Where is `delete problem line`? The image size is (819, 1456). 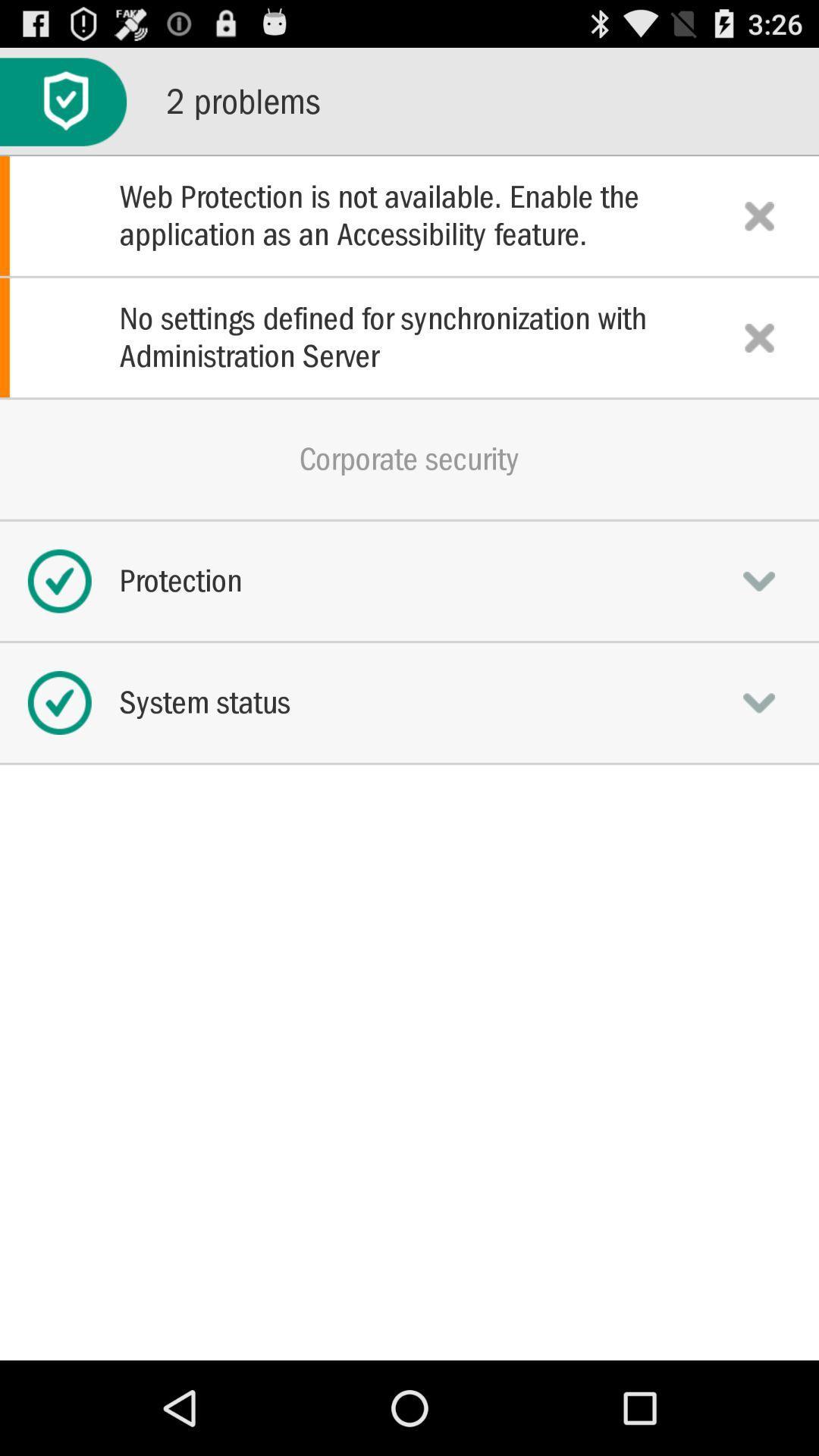
delete problem line is located at coordinates (759, 337).